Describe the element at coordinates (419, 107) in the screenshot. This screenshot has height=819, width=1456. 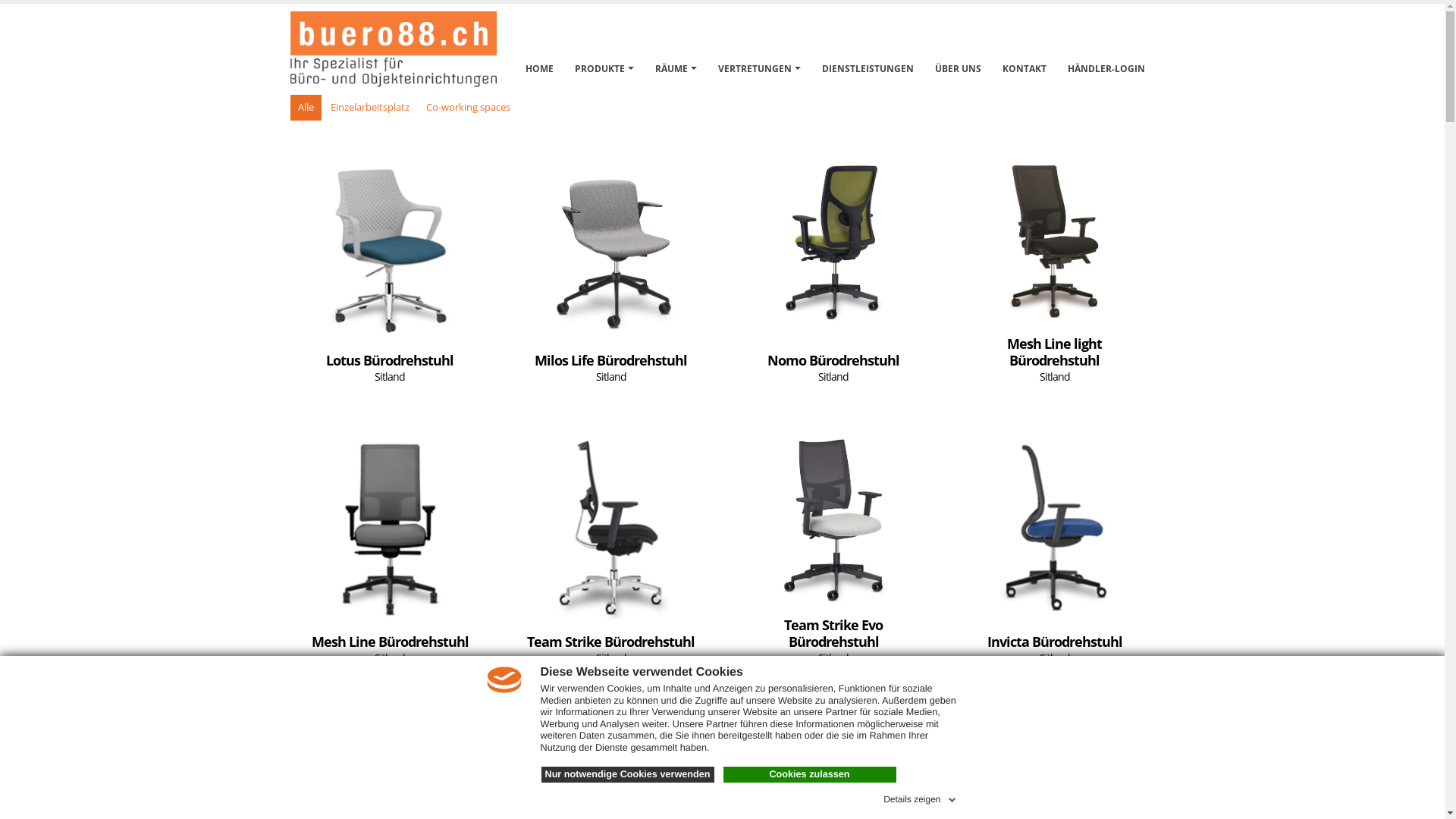
I see `'Co-working spaces'` at that location.